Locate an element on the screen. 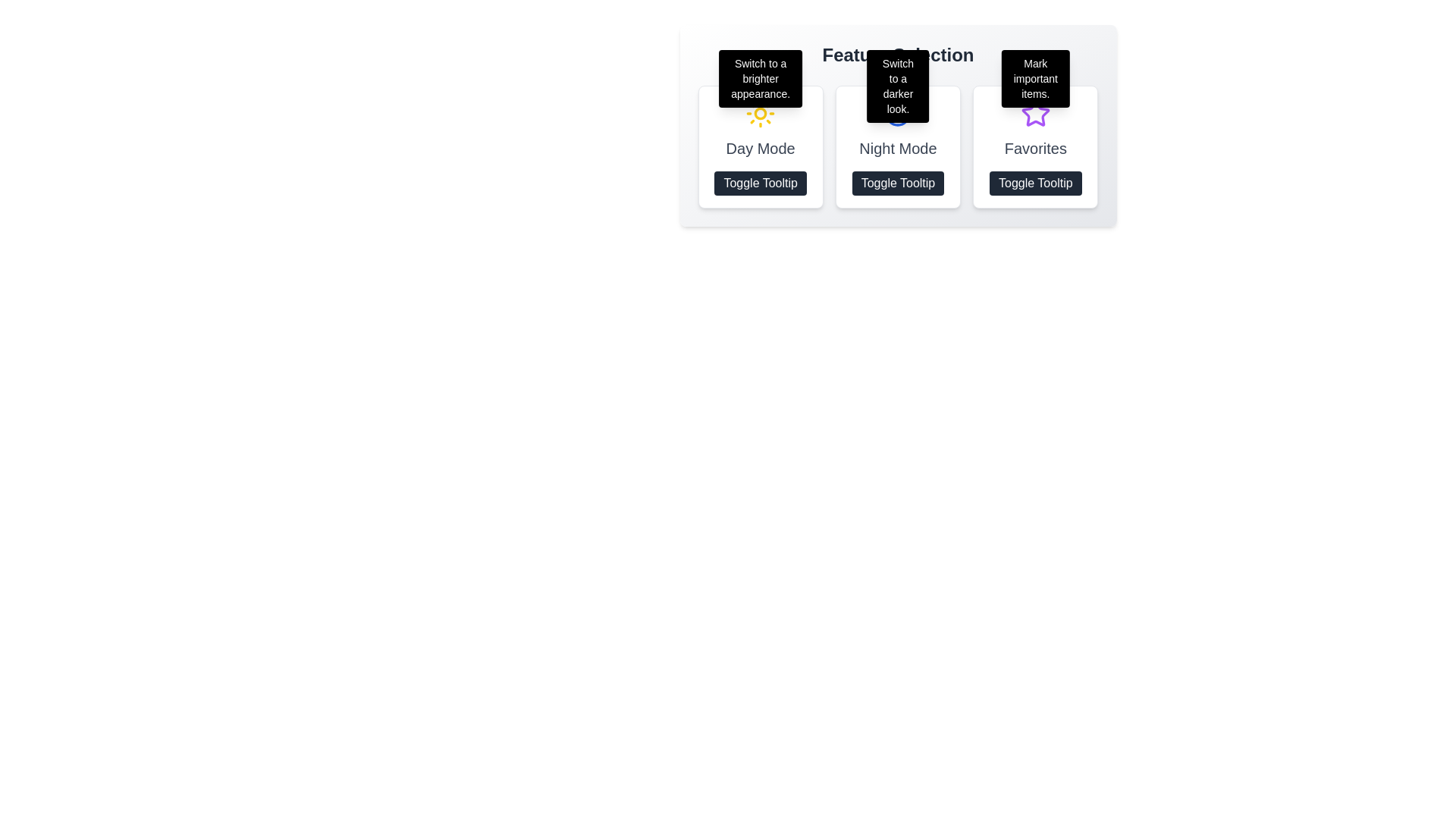  the purple star icon located at the top of the panel labeled 'Favorites', which is the third element in a row of three similar elements is located at coordinates (1034, 146).